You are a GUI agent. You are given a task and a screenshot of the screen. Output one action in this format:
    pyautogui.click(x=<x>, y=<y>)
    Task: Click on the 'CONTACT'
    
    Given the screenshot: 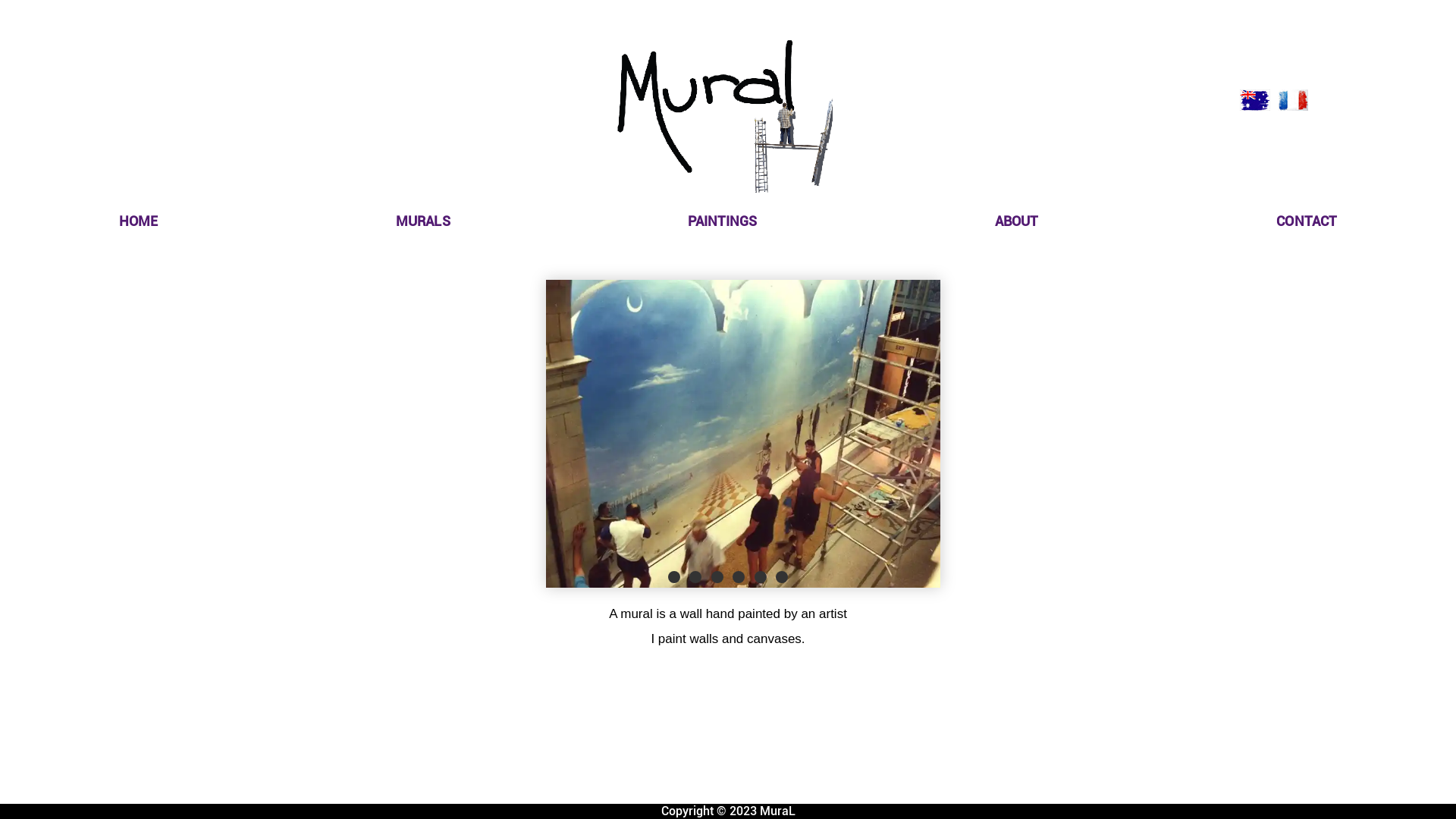 What is the action you would take?
    pyautogui.click(x=1306, y=221)
    